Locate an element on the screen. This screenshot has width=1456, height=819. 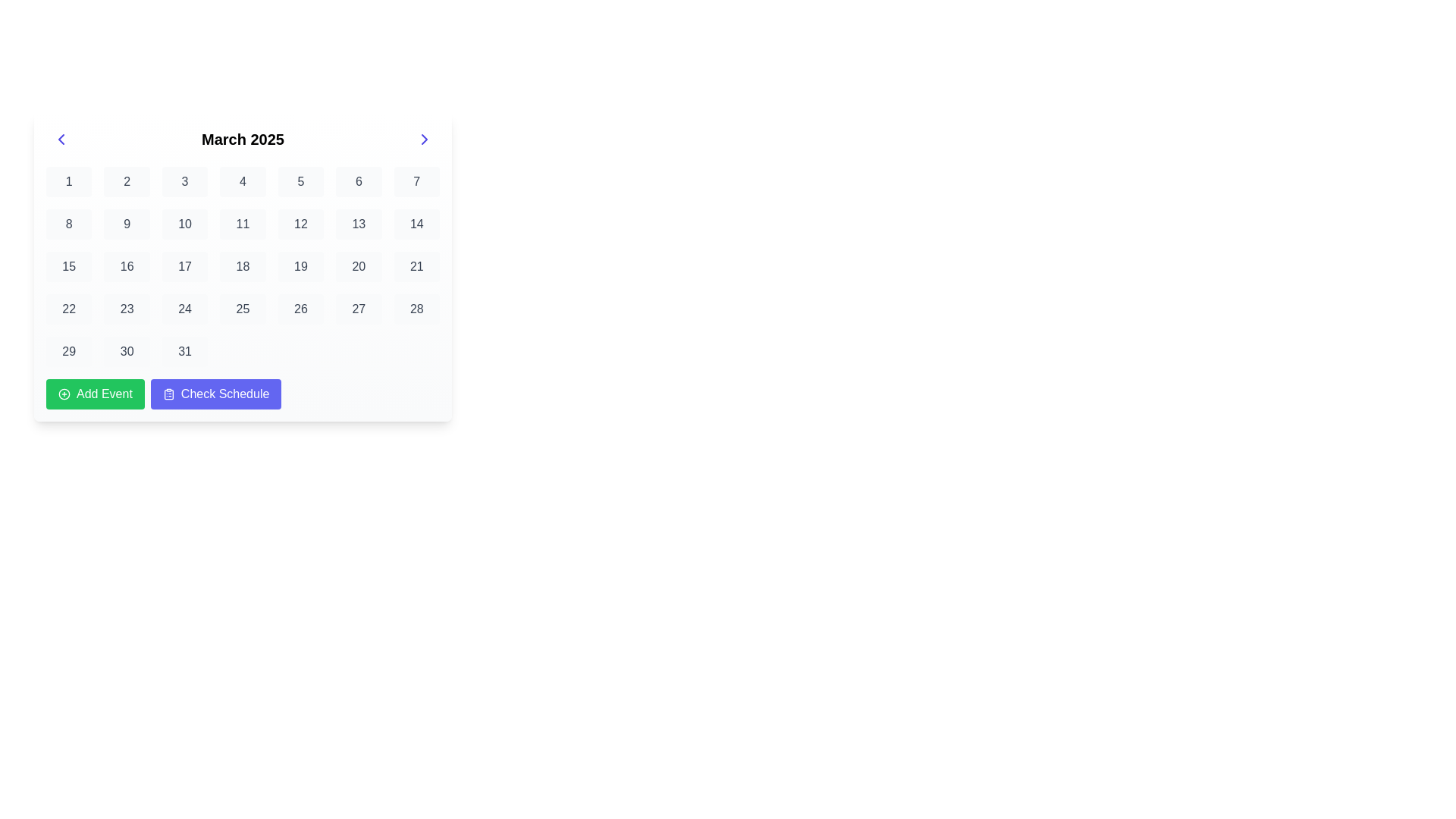
the text box displaying the number '22' in the March 2025 calendar is located at coordinates (68, 309).